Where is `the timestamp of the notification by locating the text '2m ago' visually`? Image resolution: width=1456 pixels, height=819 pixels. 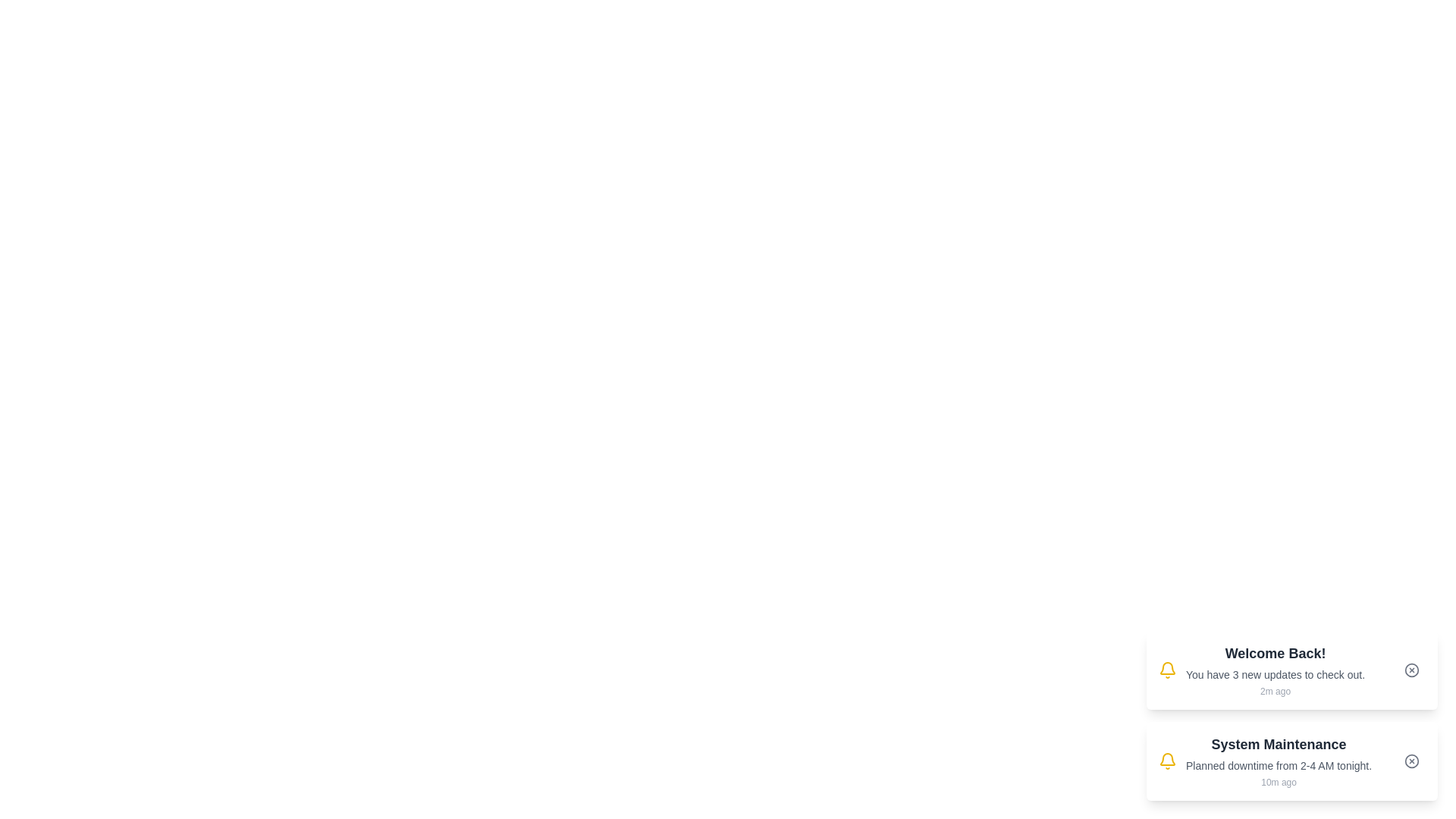
the timestamp of the notification by locating the text '2m ago' visually is located at coordinates (1274, 691).